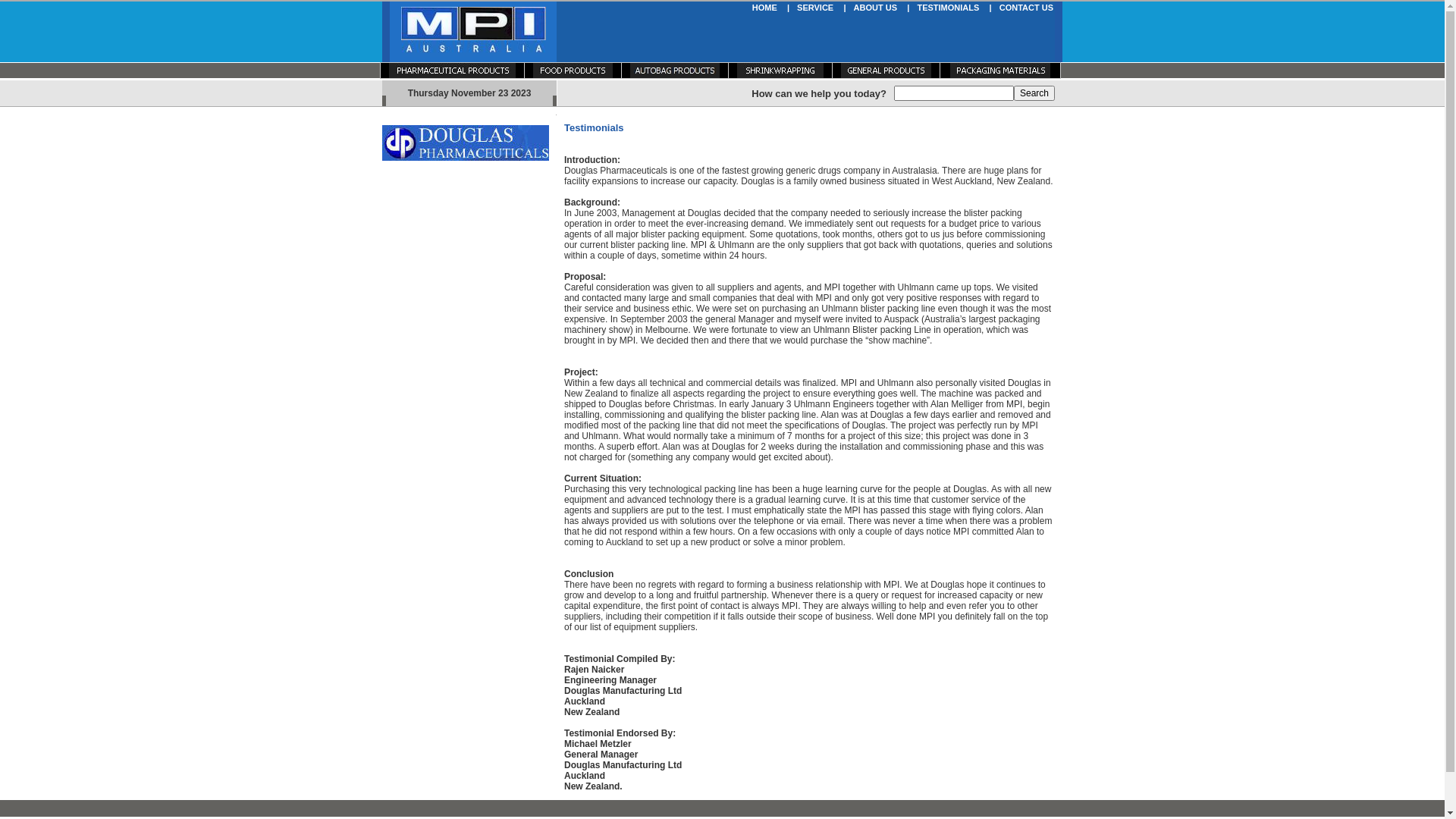 The width and height of the screenshot is (1456, 819). What do you see at coordinates (1033, 93) in the screenshot?
I see `'Search'` at bounding box center [1033, 93].